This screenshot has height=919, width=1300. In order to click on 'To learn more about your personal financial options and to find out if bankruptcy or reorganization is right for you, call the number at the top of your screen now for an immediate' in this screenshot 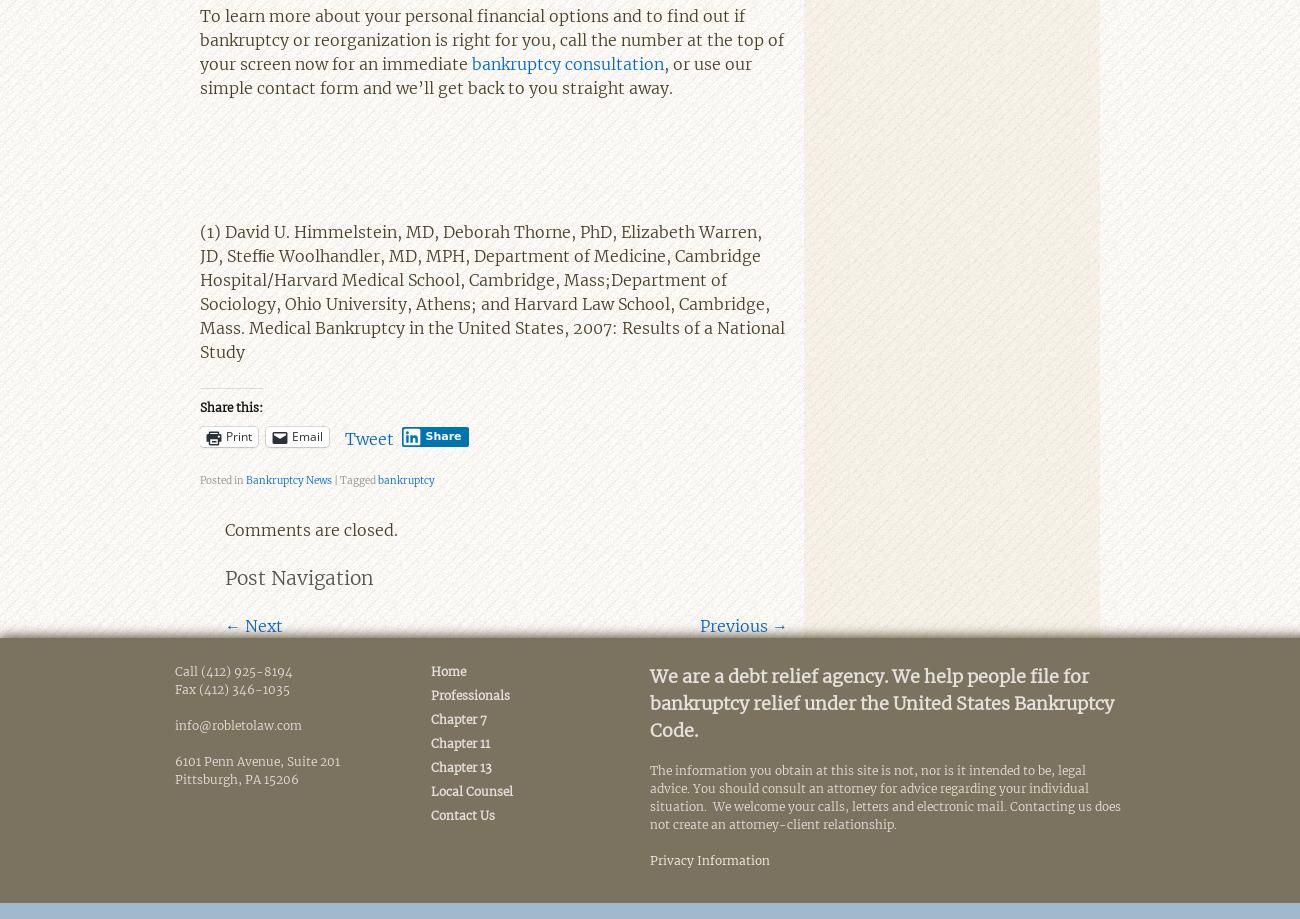, I will do `click(492, 38)`.